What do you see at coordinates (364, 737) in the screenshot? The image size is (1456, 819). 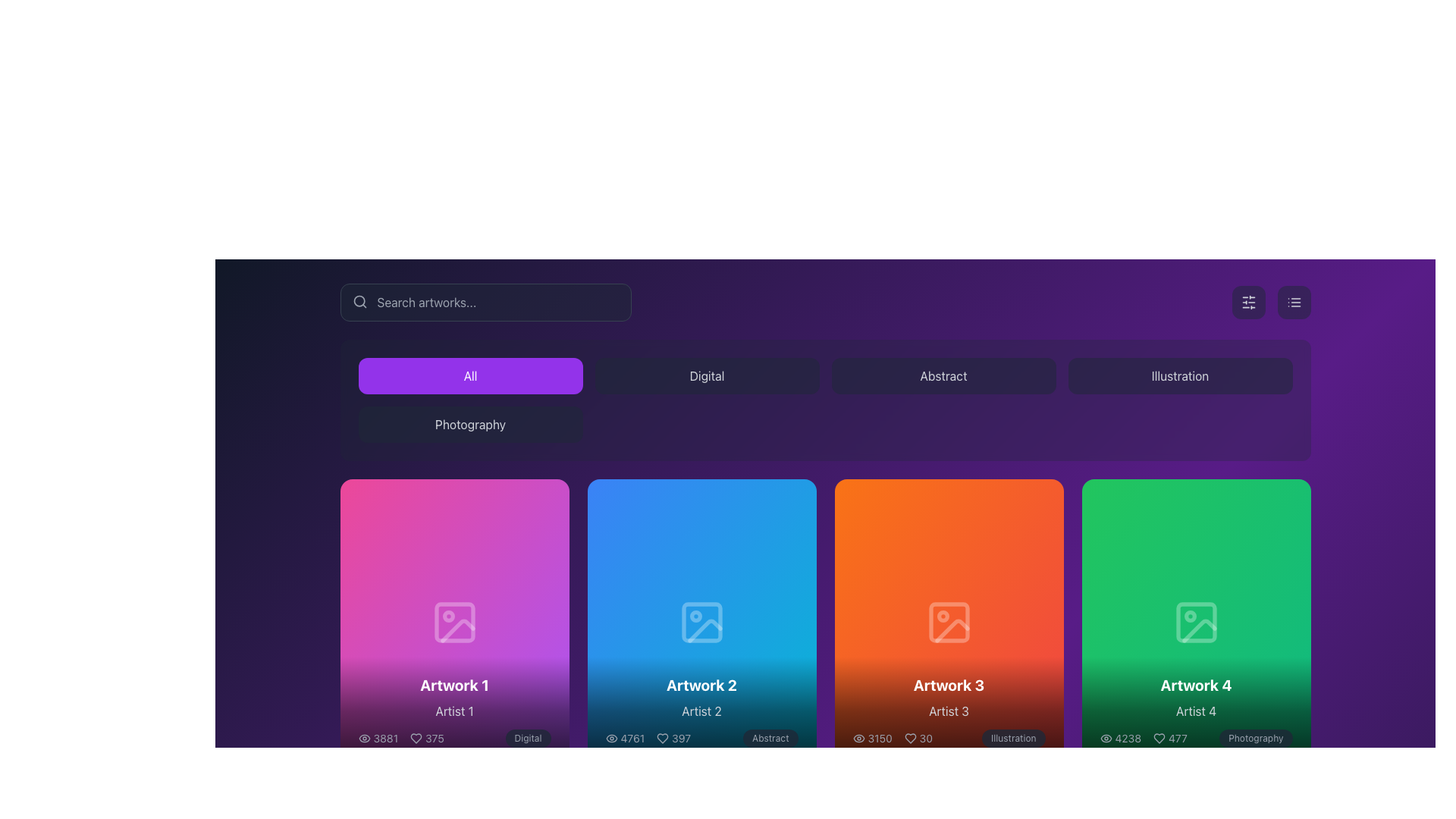 I see `the eye-shaped icon with a line-art outline located to the left of the text '3881', which represents a view count for the artwork information` at bounding box center [364, 737].